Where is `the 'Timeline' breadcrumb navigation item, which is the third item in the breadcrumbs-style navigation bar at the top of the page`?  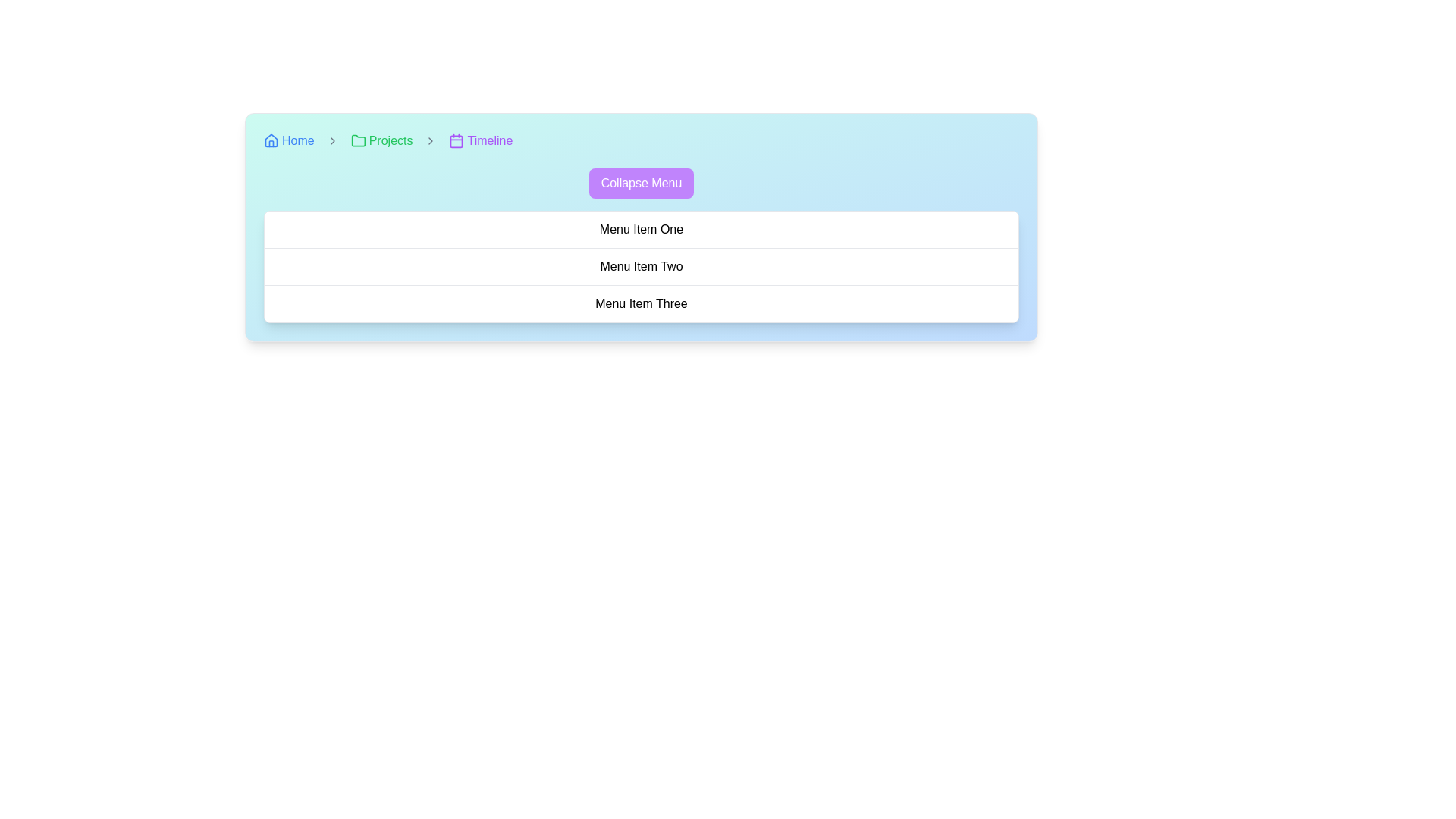
the 'Timeline' breadcrumb navigation item, which is the third item in the breadcrumbs-style navigation bar at the top of the page is located at coordinates (480, 140).